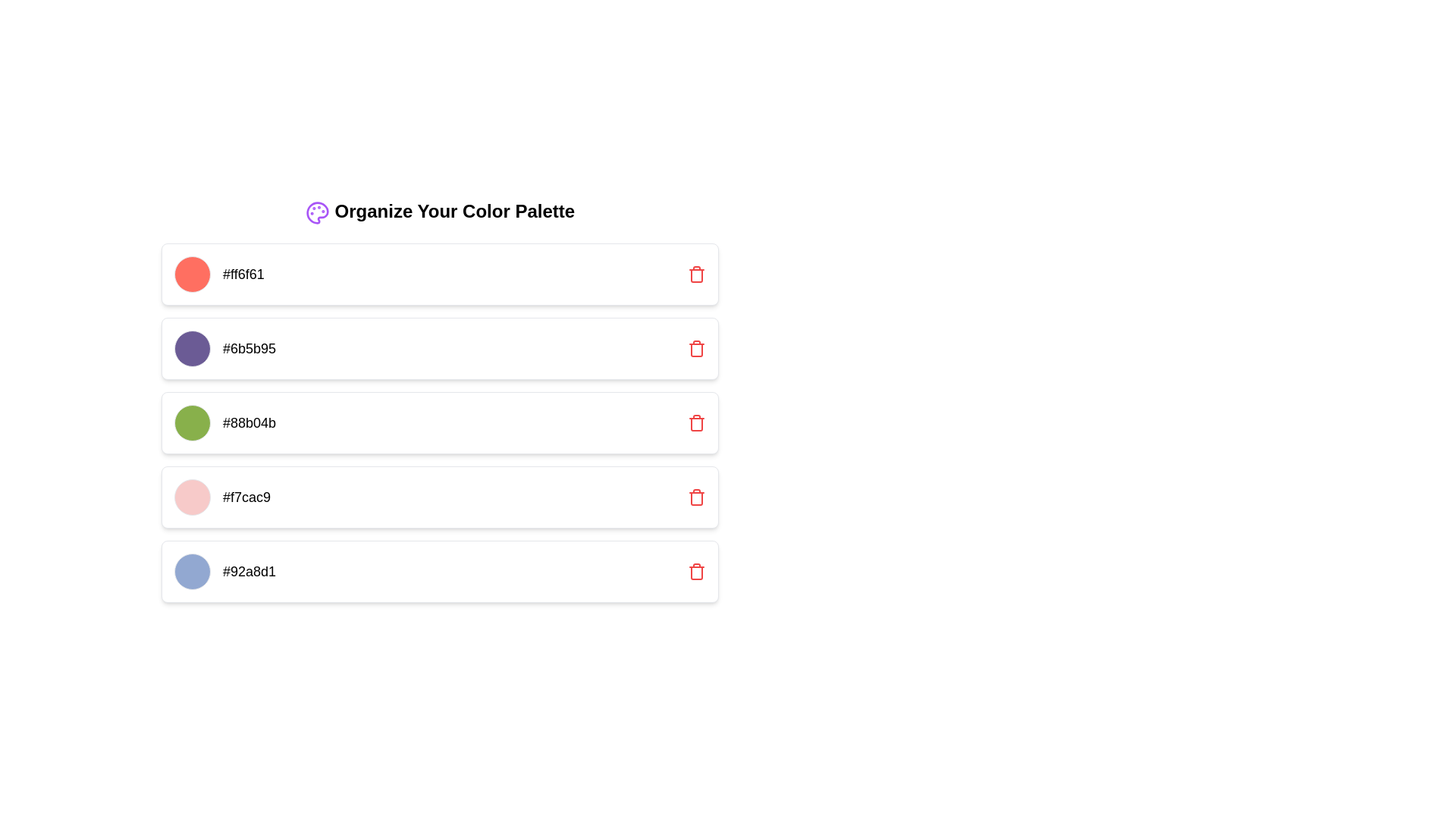 Image resolution: width=1456 pixels, height=819 pixels. What do you see at coordinates (249, 571) in the screenshot?
I see `text displaying the hexadecimal color code '#92a8d1', which is located in the last row of the color palette, adjacent to a circular color swatch and a delete button` at bounding box center [249, 571].